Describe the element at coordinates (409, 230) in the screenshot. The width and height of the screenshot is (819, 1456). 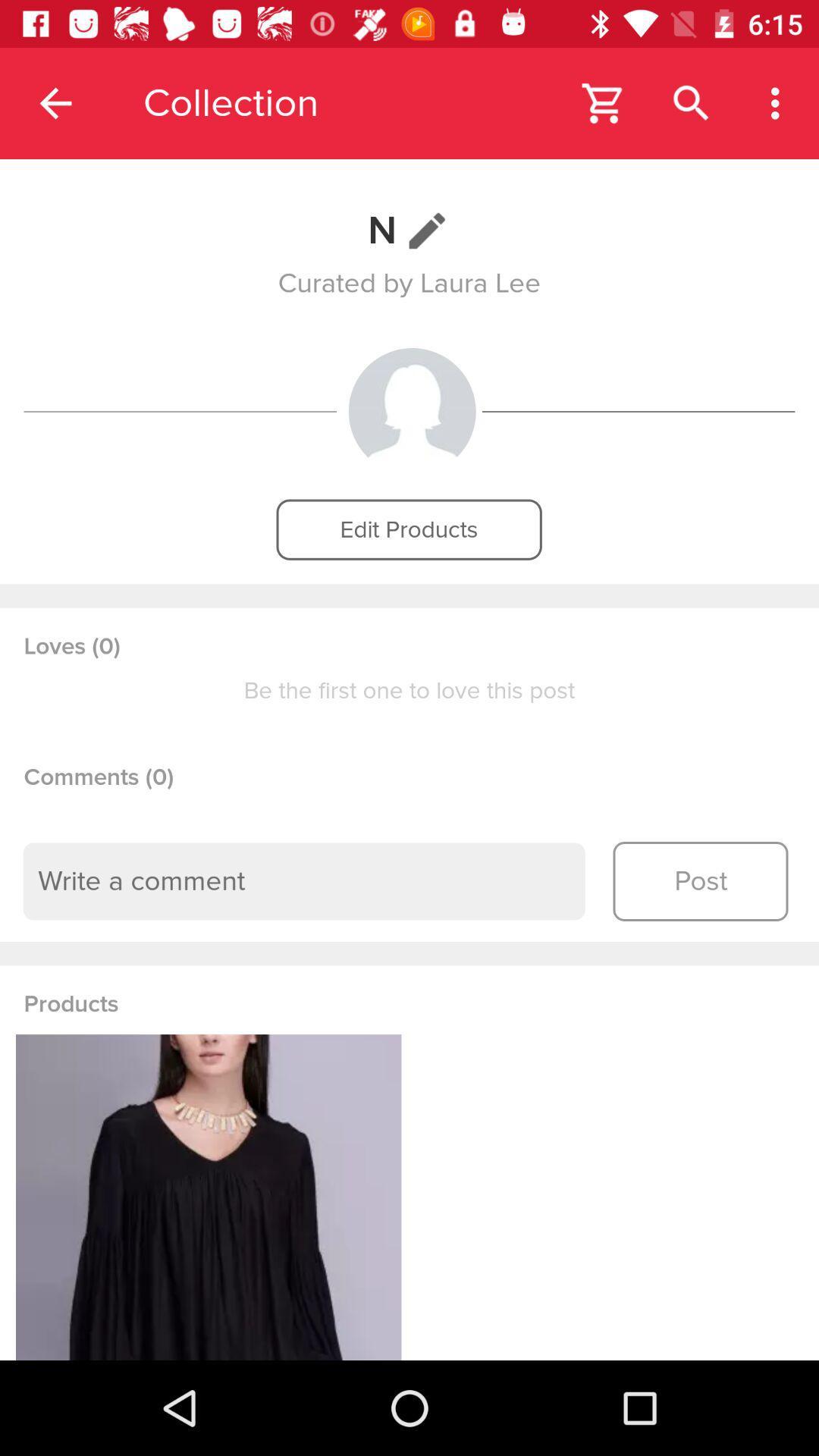
I see `n item` at that location.